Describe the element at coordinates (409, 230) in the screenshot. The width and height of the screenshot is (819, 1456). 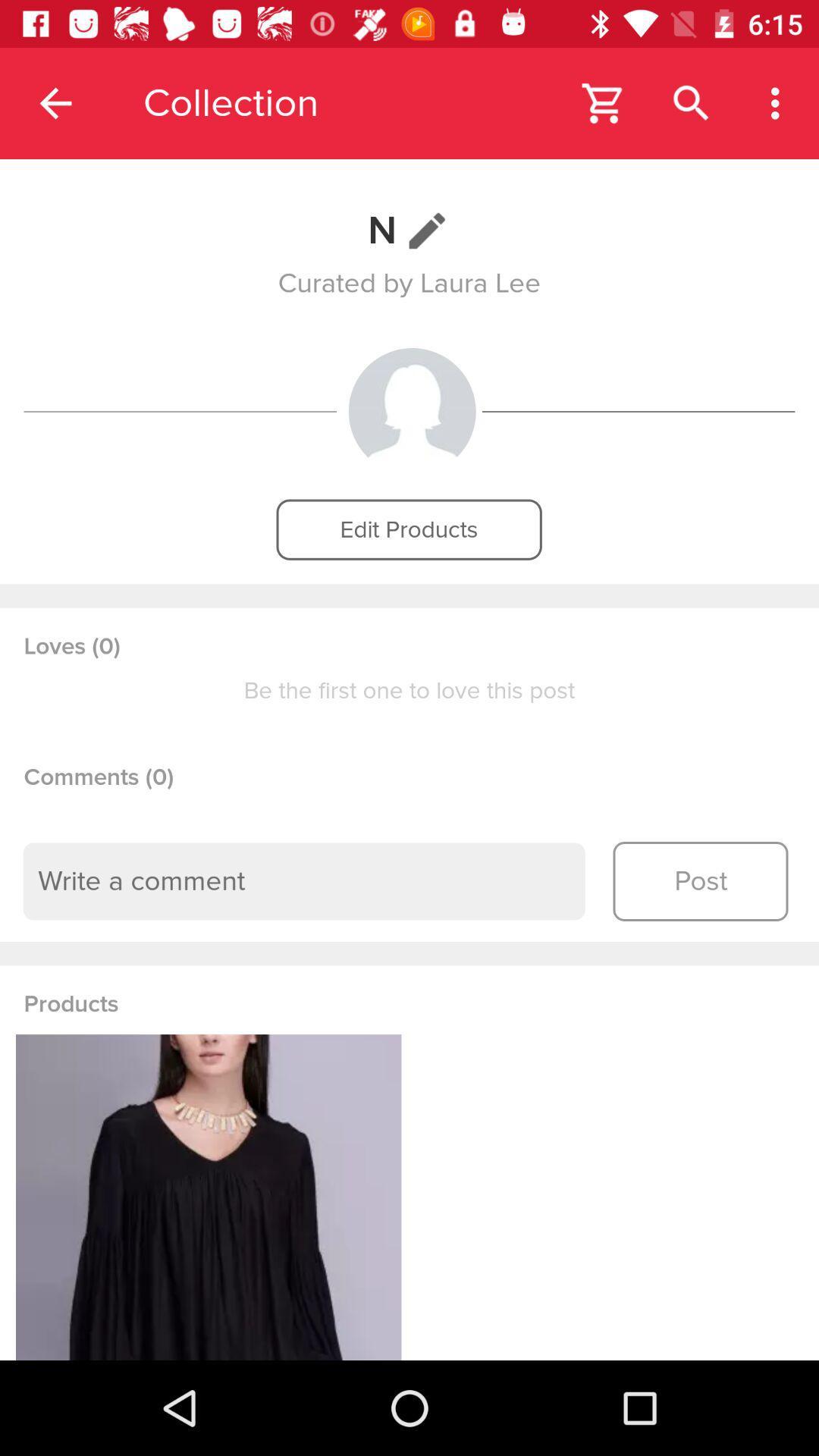
I see `n item` at that location.